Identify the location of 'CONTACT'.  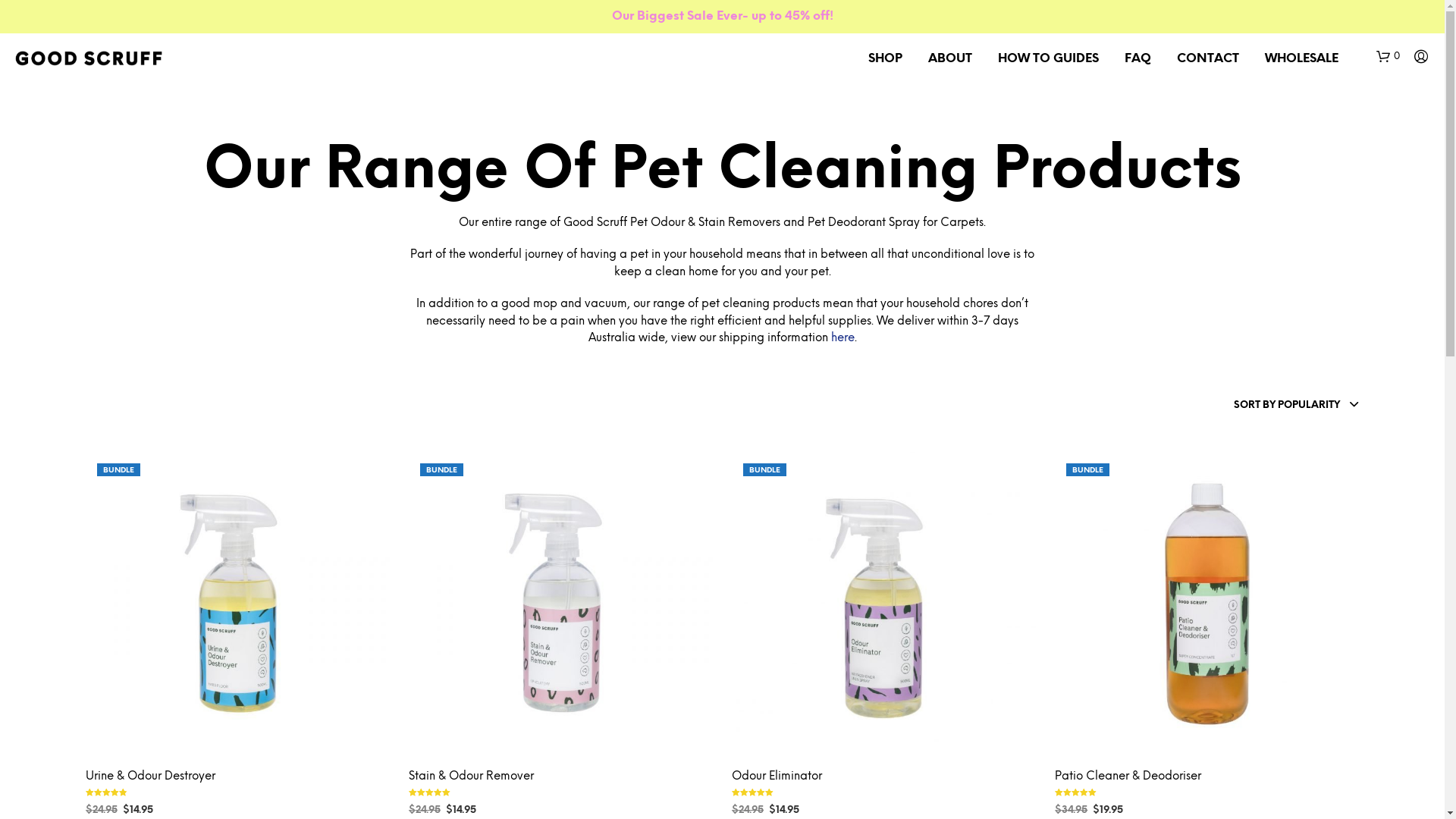
(1207, 58).